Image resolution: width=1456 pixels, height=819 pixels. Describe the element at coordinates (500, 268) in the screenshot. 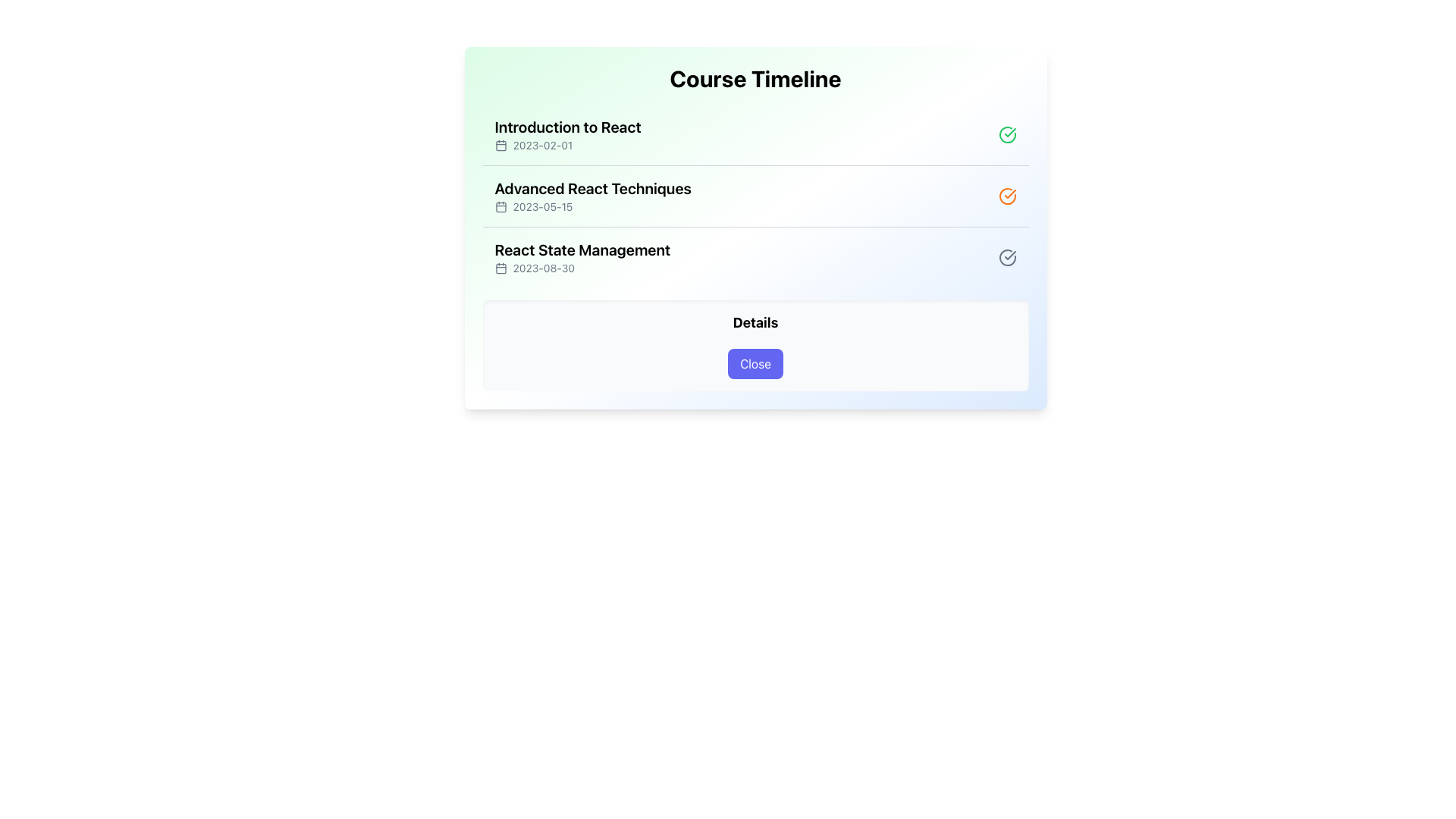

I see `the calendar icon located to the left of the date text '2023-08-30', which has a minimalistic gray design` at that location.